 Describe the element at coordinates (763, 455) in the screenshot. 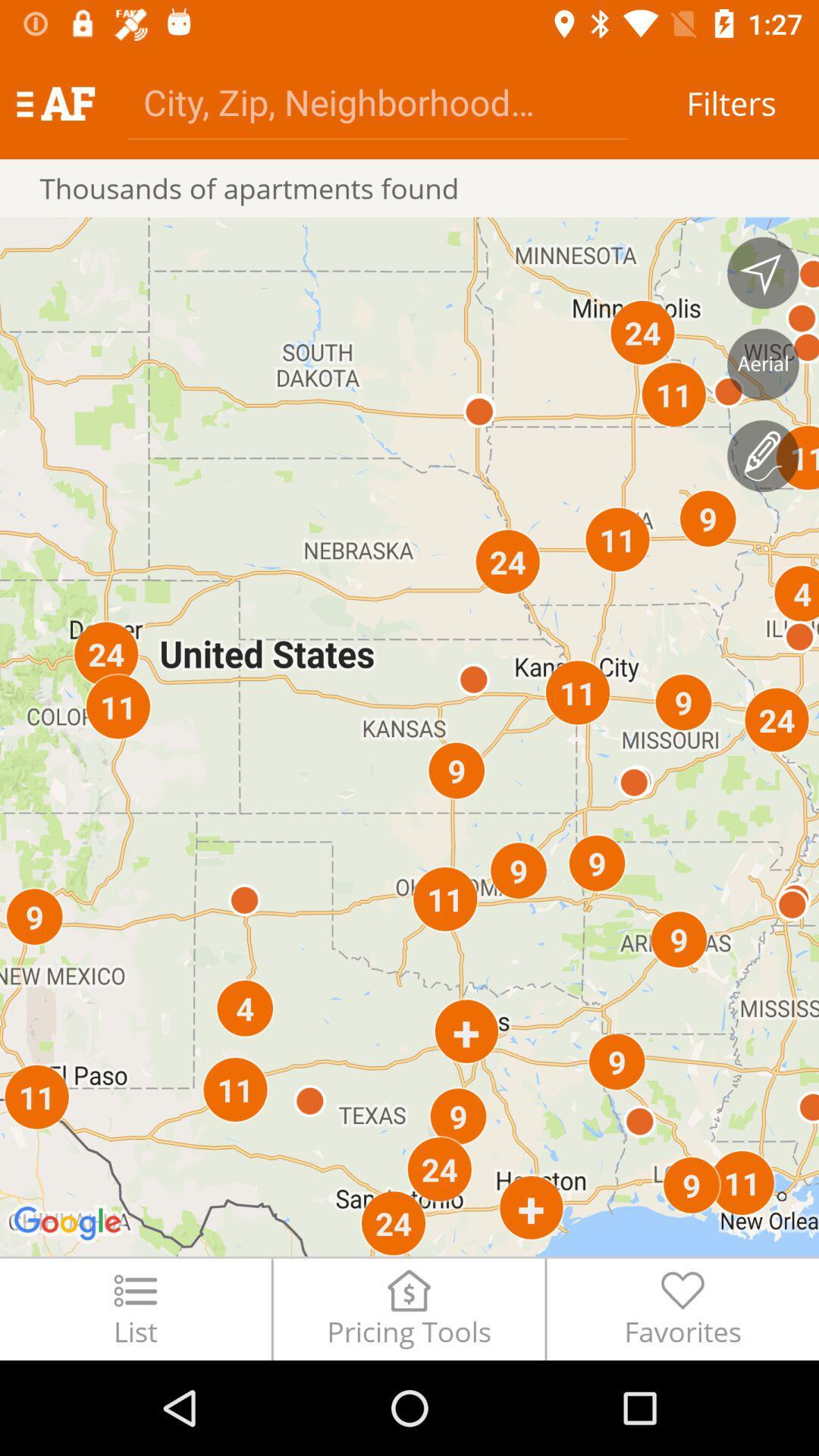

I see `weather report` at that location.